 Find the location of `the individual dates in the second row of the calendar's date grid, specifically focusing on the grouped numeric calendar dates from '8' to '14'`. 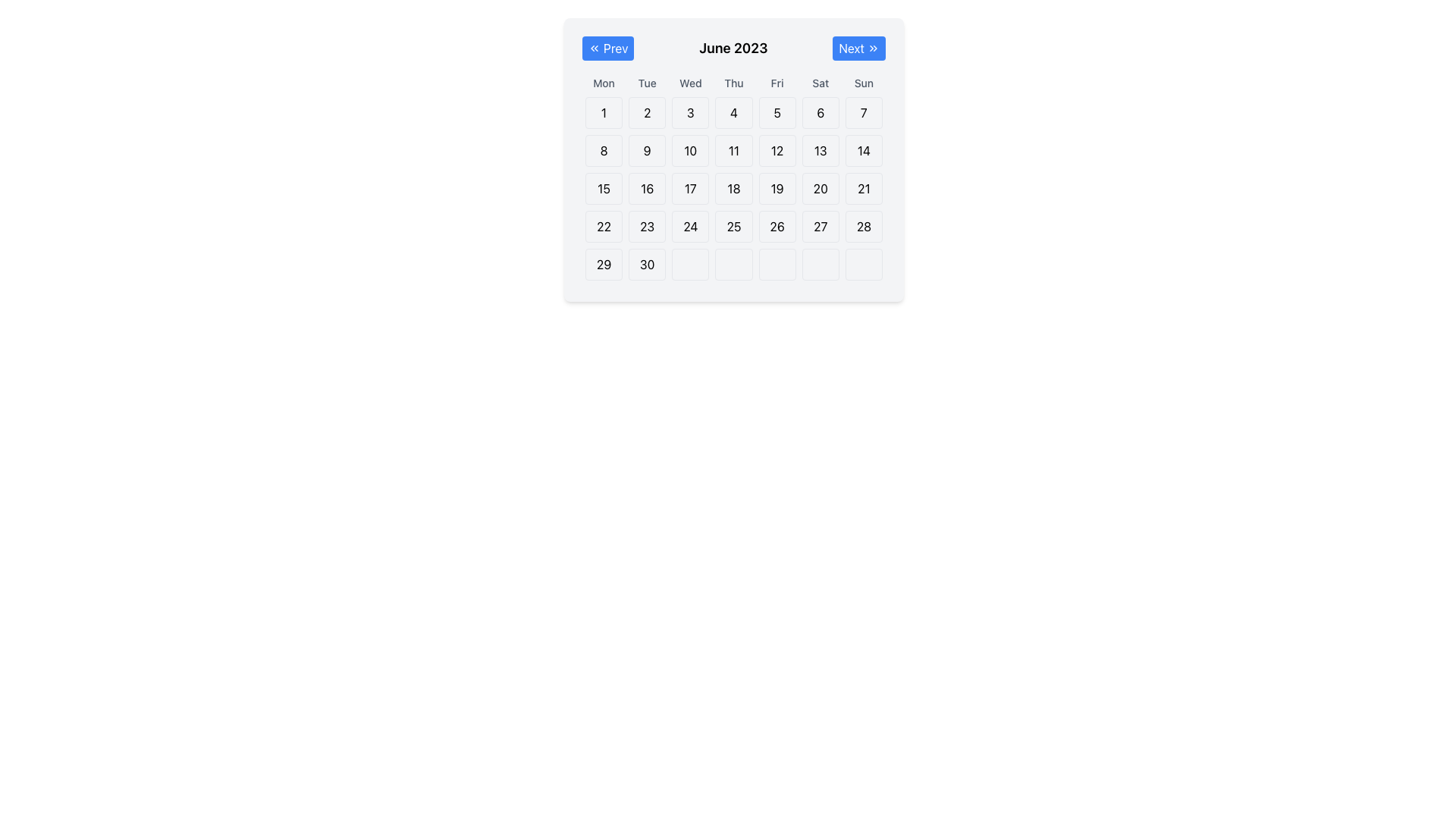

the individual dates in the second row of the calendar's date grid, specifically focusing on the grouped numeric calendar dates from '8' to '14' is located at coordinates (734, 151).